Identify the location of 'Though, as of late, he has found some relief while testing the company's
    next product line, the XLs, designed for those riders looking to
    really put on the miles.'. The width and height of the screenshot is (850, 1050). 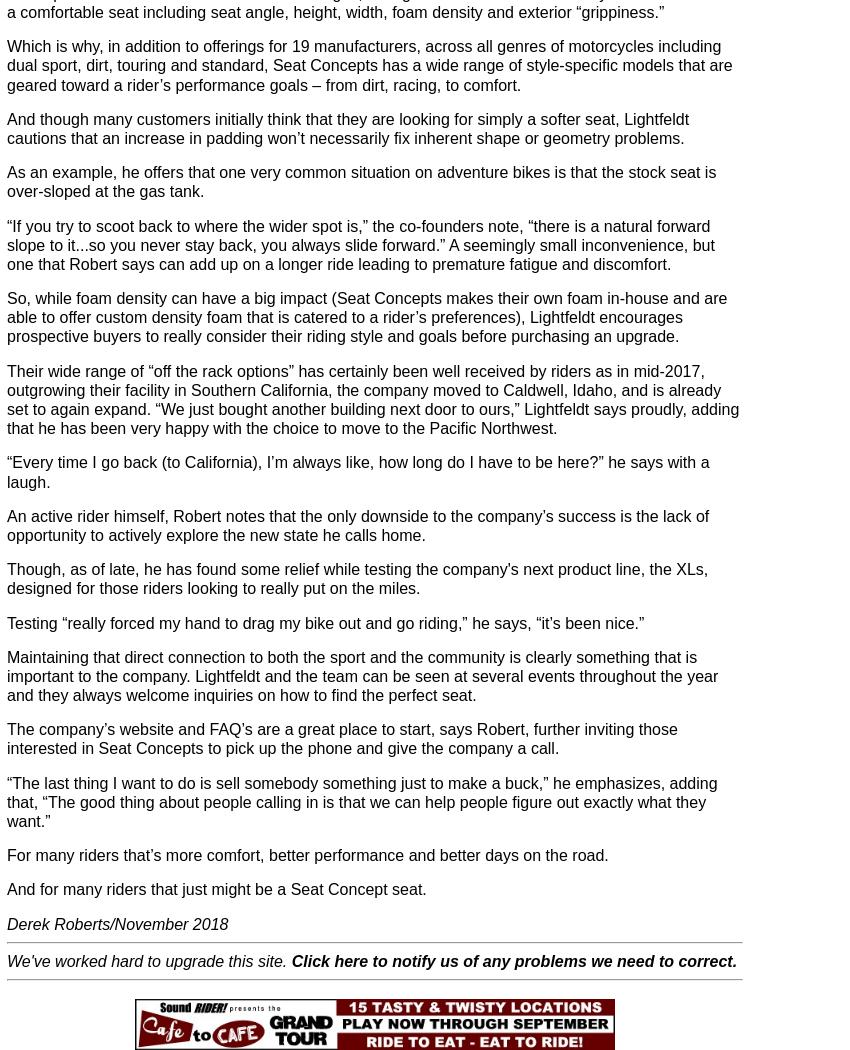
(356, 577).